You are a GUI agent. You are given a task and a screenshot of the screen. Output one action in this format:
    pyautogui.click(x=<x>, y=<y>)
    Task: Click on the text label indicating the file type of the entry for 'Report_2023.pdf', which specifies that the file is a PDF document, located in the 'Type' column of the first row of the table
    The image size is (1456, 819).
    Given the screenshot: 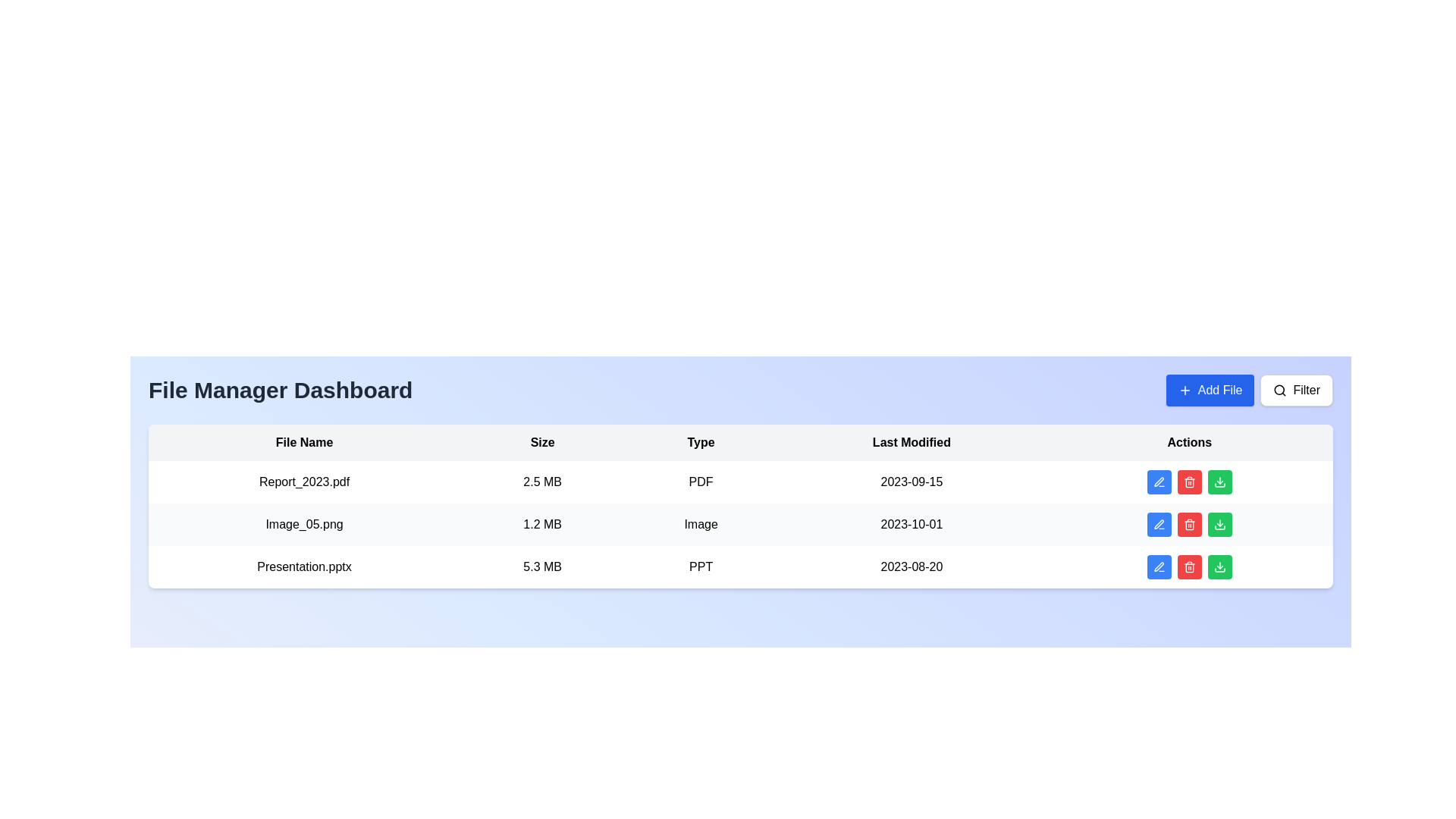 What is the action you would take?
    pyautogui.click(x=700, y=482)
    